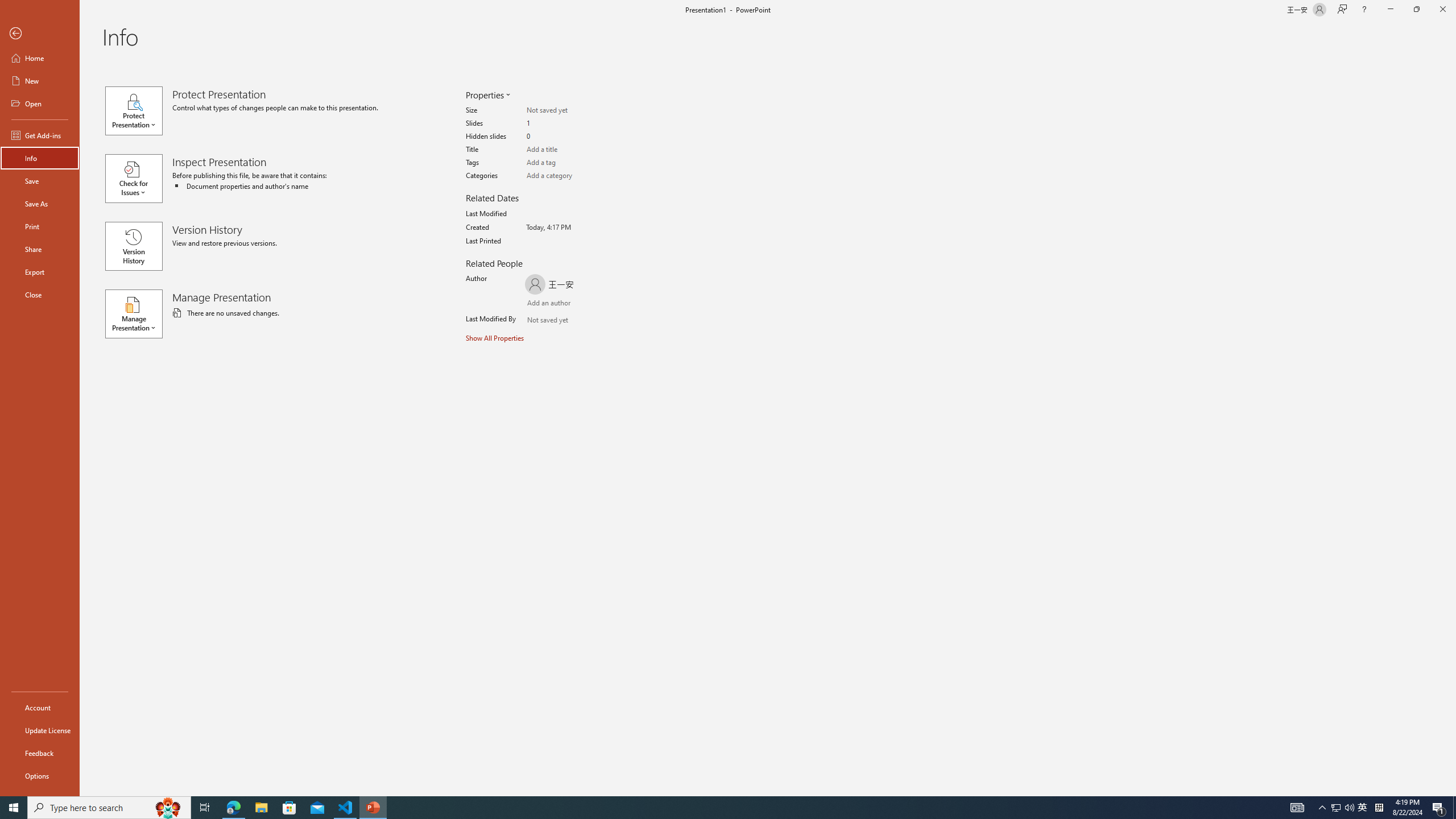 This screenshot has height=819, width=1456. I want to click on 'Show All Properties', so click(495, 337).